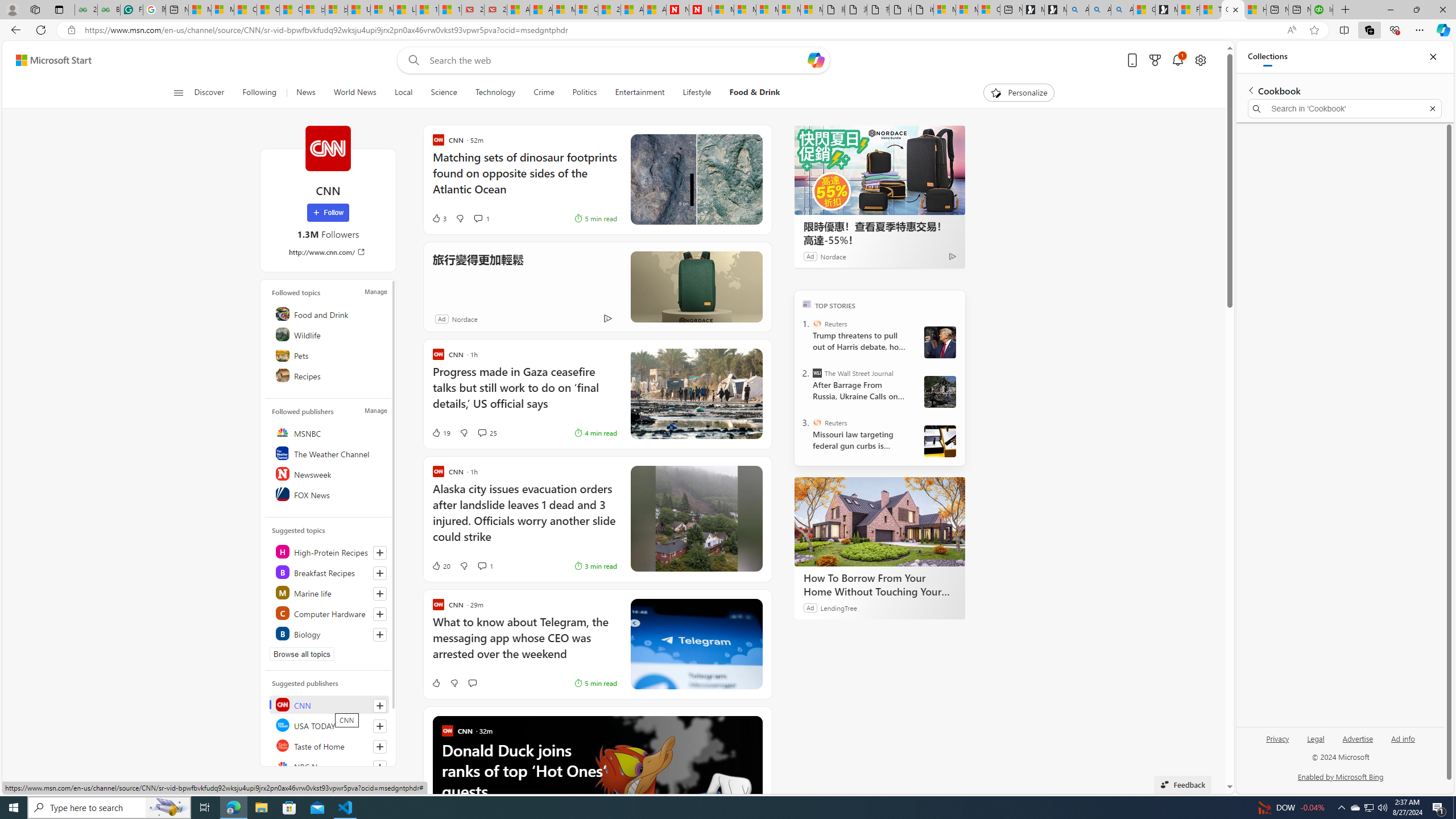  Describe the element at coordinates (1345, 109) in the screenshot. I see `'Search in '` at that location.